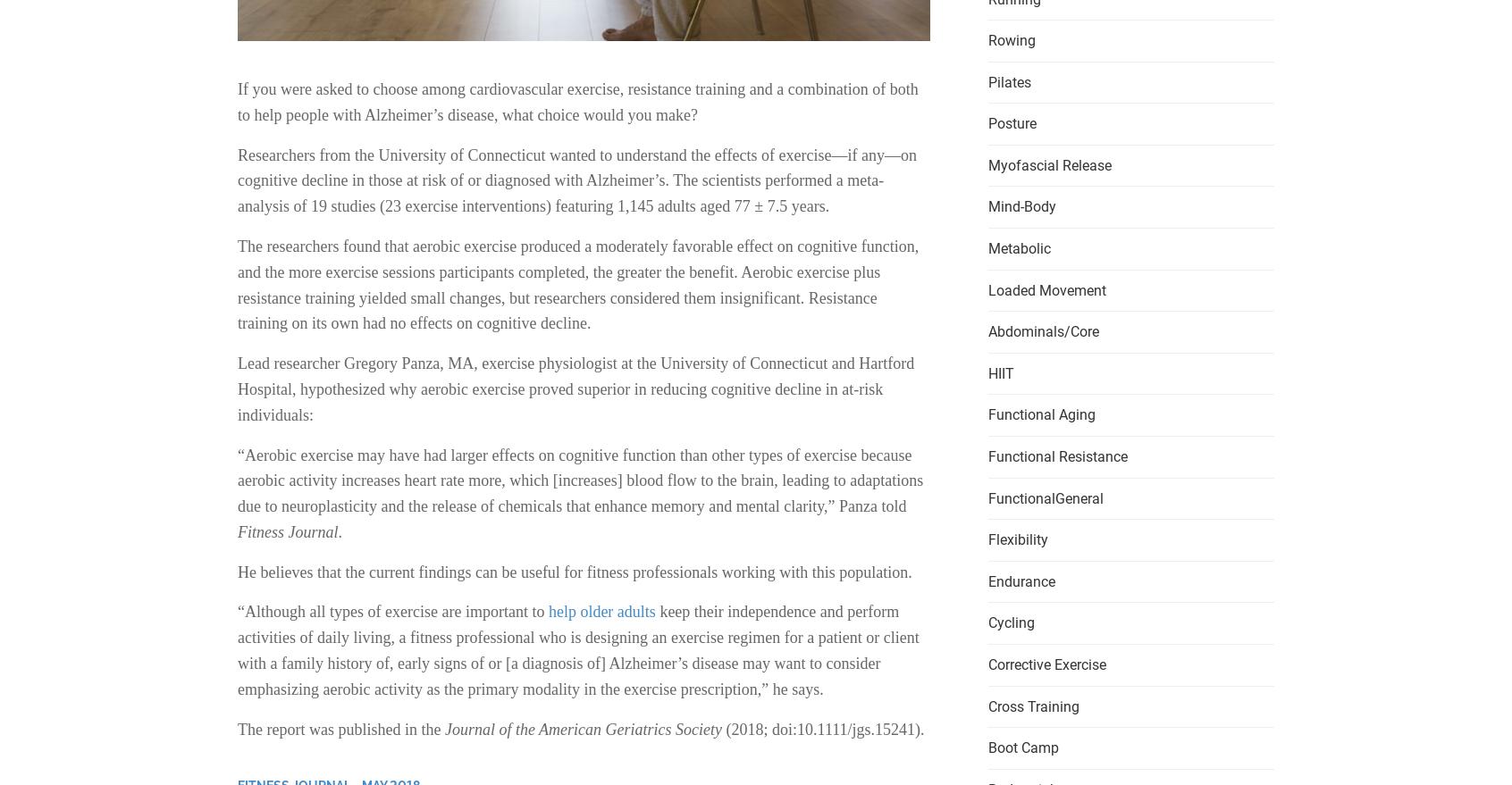  What do you see at coordinates (578, 284) in the screenshot?
I see `'The researchers found that aerobic exercise produced a moderately favorable effect on cognitive function, and the more exercise sessions participants completed, the greater the benefit. Aerobic exercise plus resistance training yielded small changes, but researchers considered them insignificant. Resistance training on its own had no effects on cognitive decline.'` at bounding box center [578, 284].